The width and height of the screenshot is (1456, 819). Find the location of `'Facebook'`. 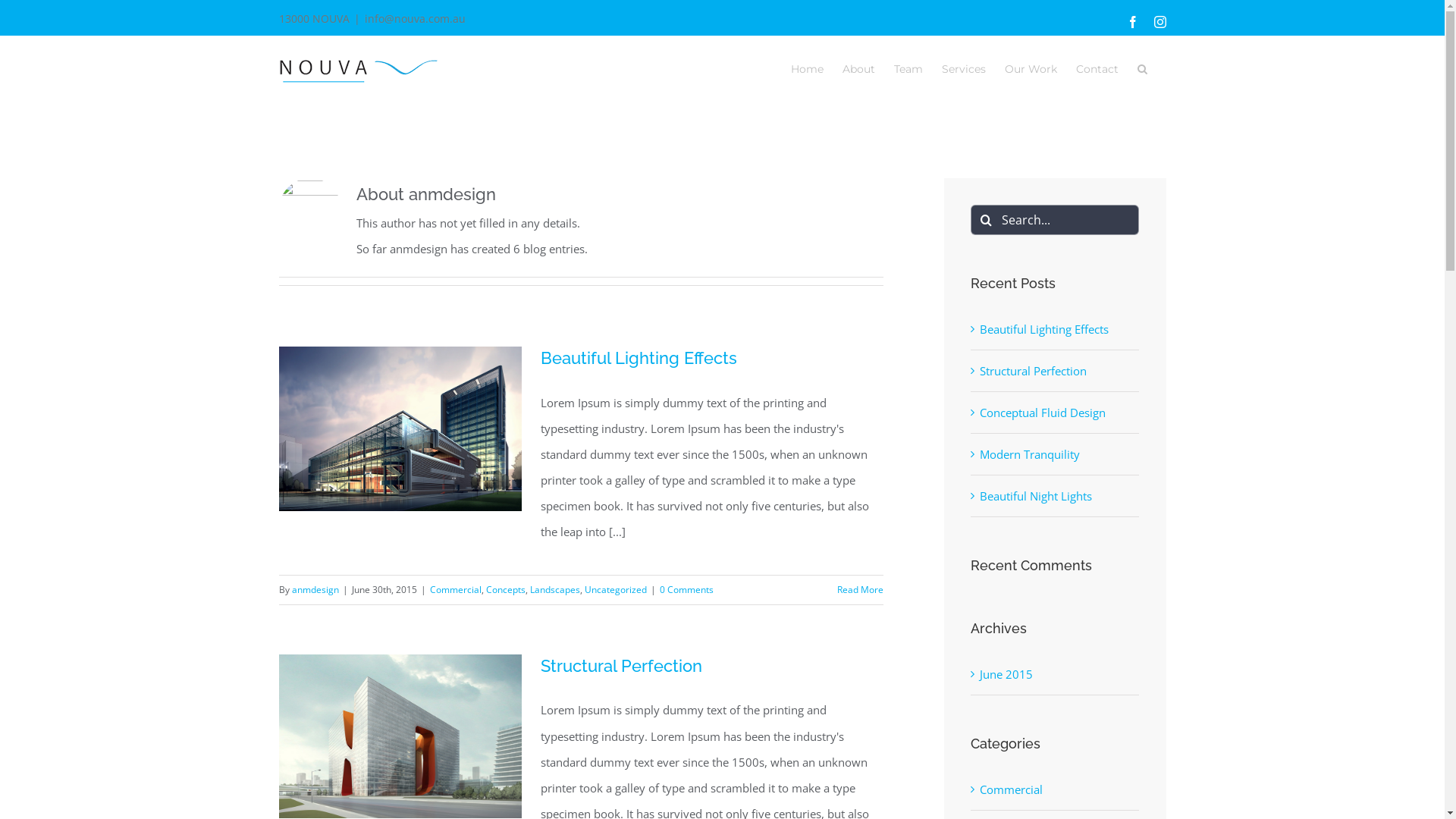

'Facebook' is located at coordinates (1132, 20).